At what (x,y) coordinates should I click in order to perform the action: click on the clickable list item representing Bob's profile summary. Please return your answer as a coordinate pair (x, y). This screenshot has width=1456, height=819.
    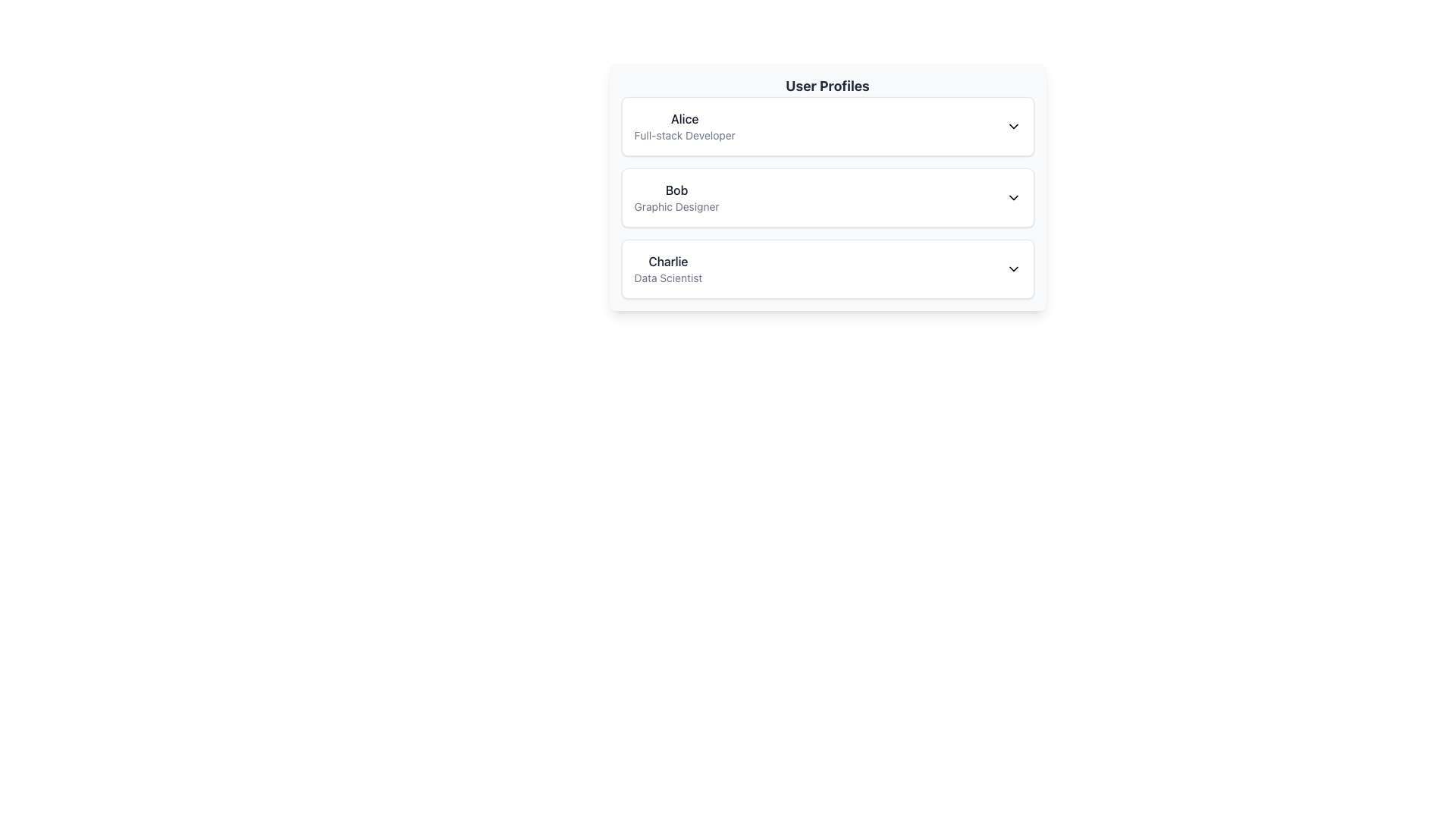
    Looking at the image, I should click on (827, 197).